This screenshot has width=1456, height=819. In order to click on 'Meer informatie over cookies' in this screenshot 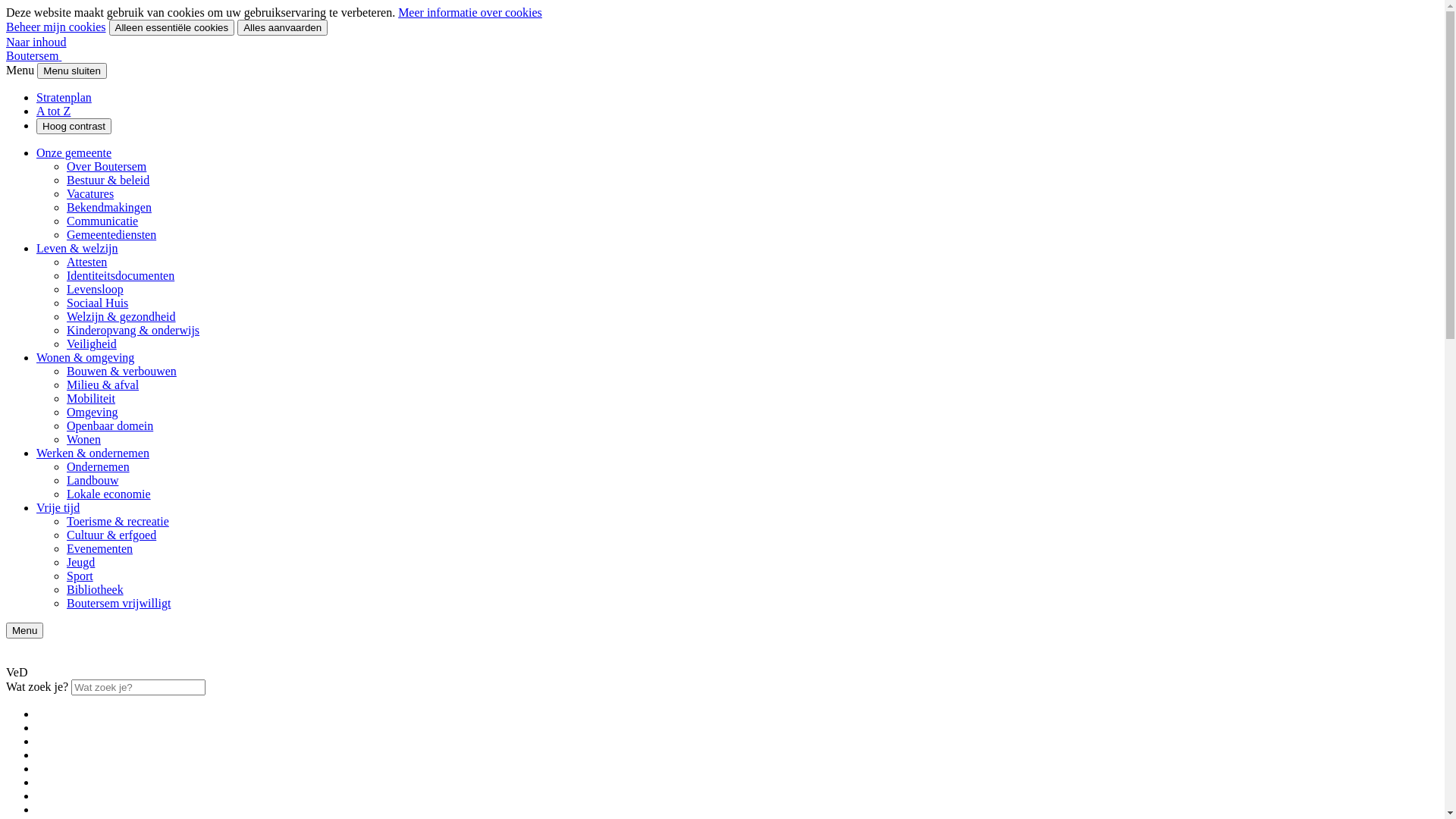, I will do `click(469, 12)`.